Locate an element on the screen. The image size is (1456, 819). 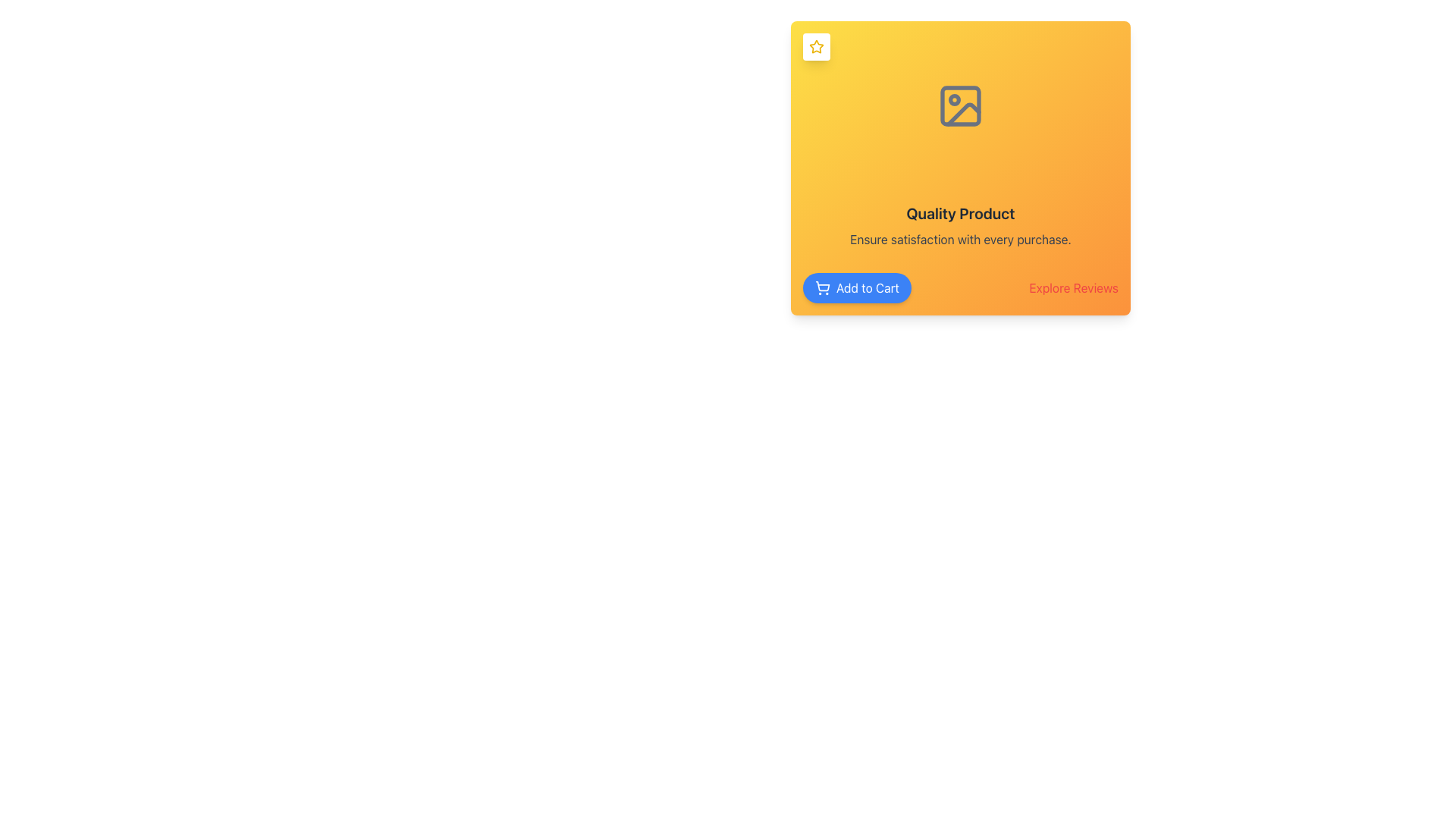
the centrally located Text Block that highlights product quality and assures customer satisfaction, positioned below an icon and above the 'Add to Cart' and 'Explore Reviews' buttons is located at coordinates (960, 225).